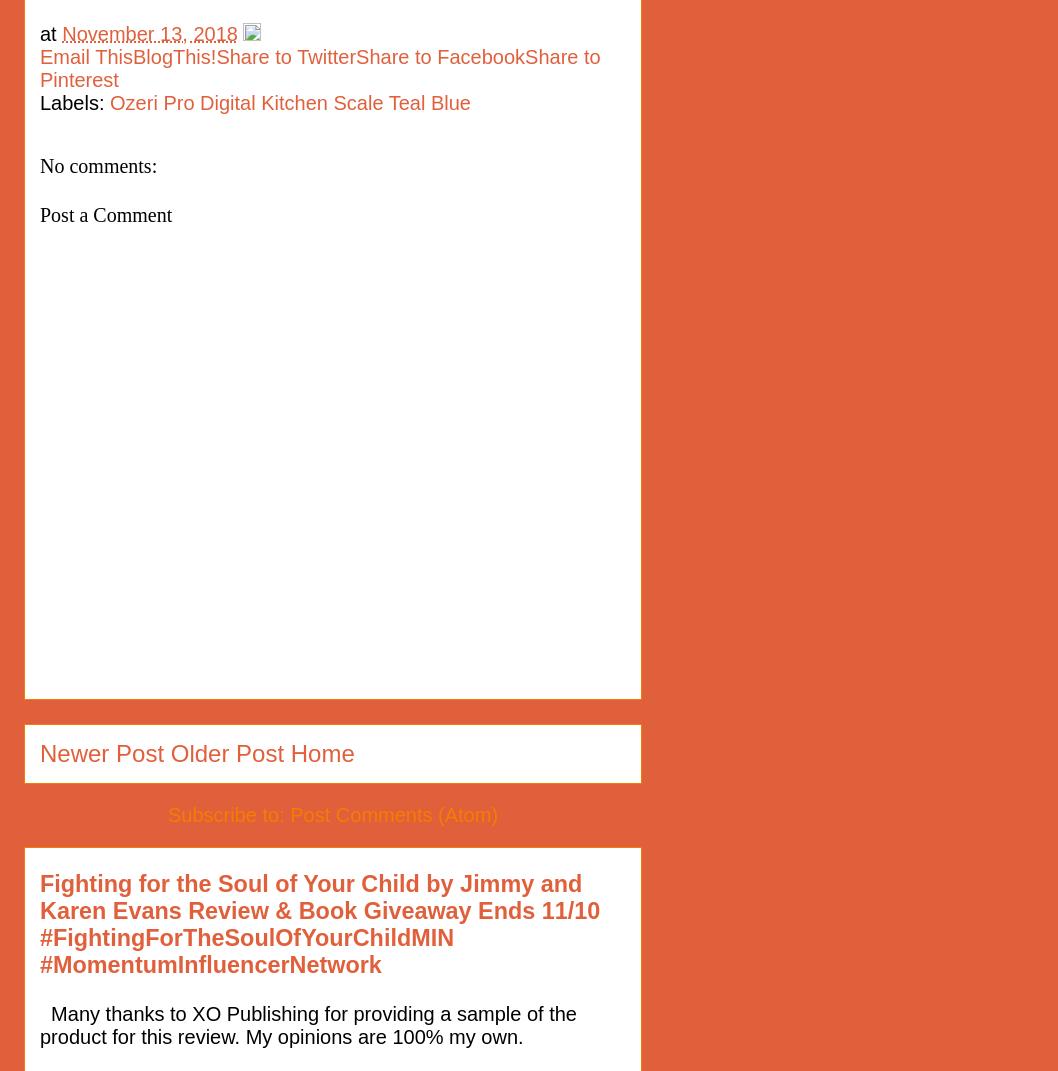 The image size is (1058, 1071). What do you see at coordinates (288, 101) in the screenshot?
I see `'Ozeri Pro Digital Kitchen Scale Teal Blue'` at bounding box center [288, 101].